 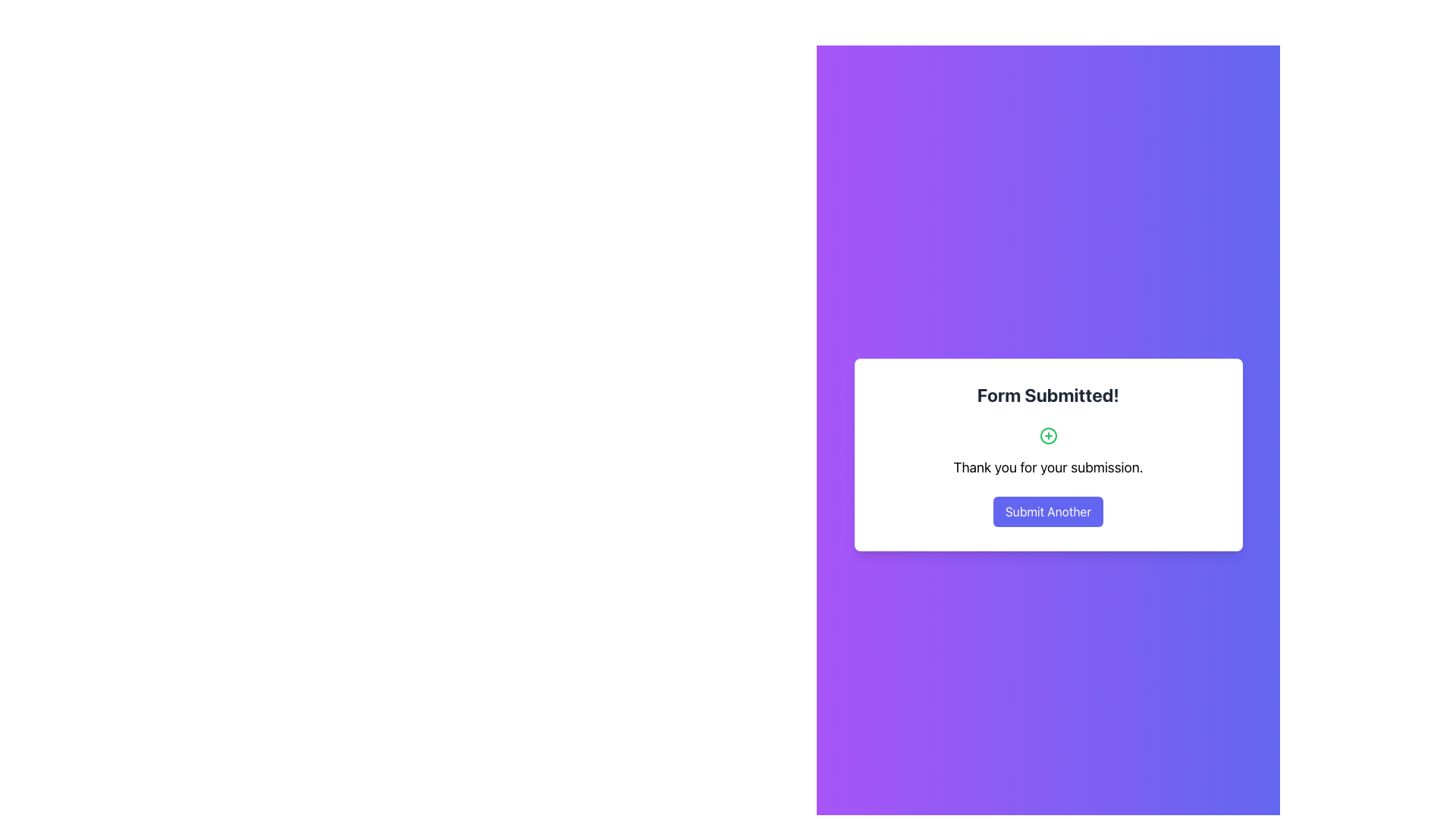 What do you see at coordinates (1047, 435) in the screenshot?
I see `the circular icon with a plus sign in the center, which has a green outline, located in the modal dialog confirming submission` at bounding box center [1047, 435].